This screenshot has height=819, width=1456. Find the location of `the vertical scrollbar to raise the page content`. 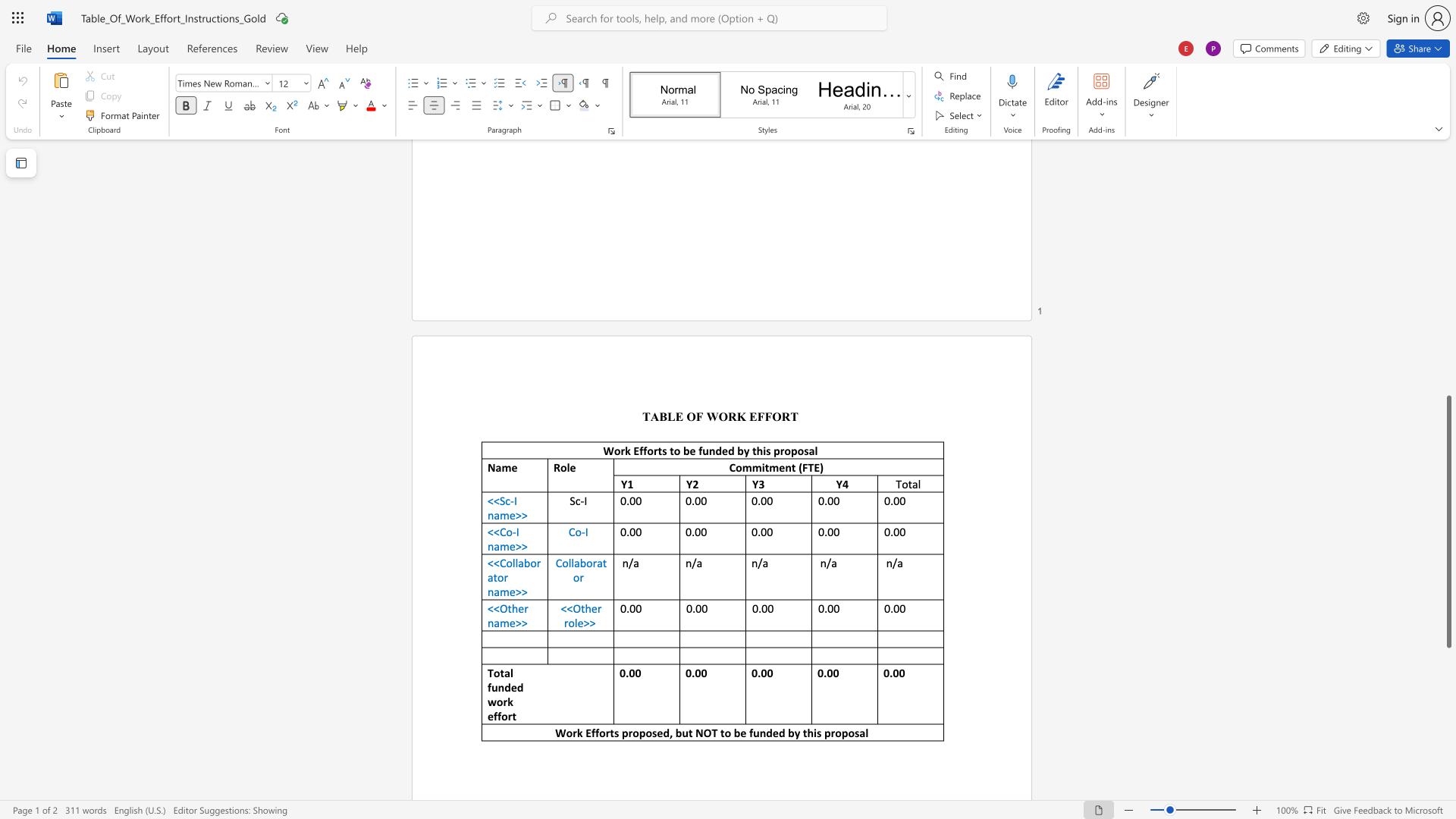

the vertical scrollbar to raise the page content is located at coordinates (1448, 249).